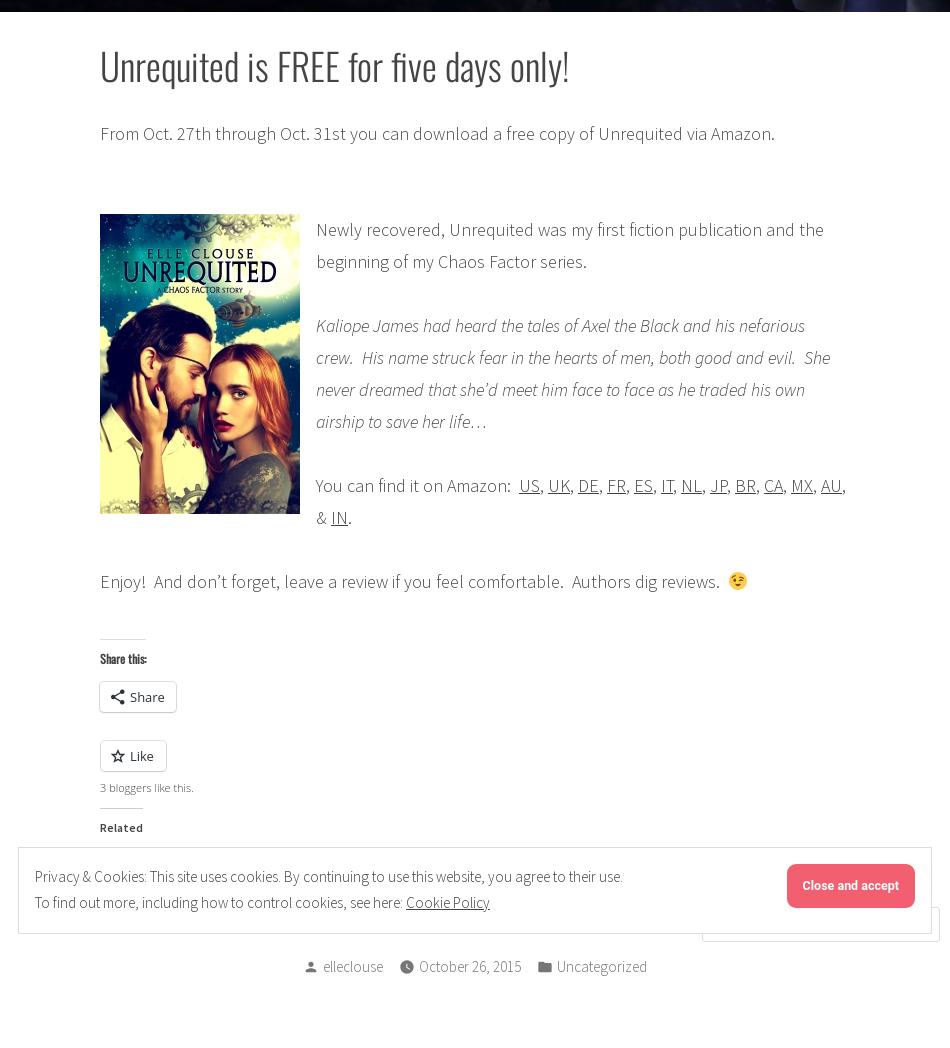 The width and height of the screenshot is (950, 1048). What do you see at coordinates (220, 901) in the screenshot?
I see `'To find out more, including how to control cookies, see here:'` at bounding box center [220, 901].